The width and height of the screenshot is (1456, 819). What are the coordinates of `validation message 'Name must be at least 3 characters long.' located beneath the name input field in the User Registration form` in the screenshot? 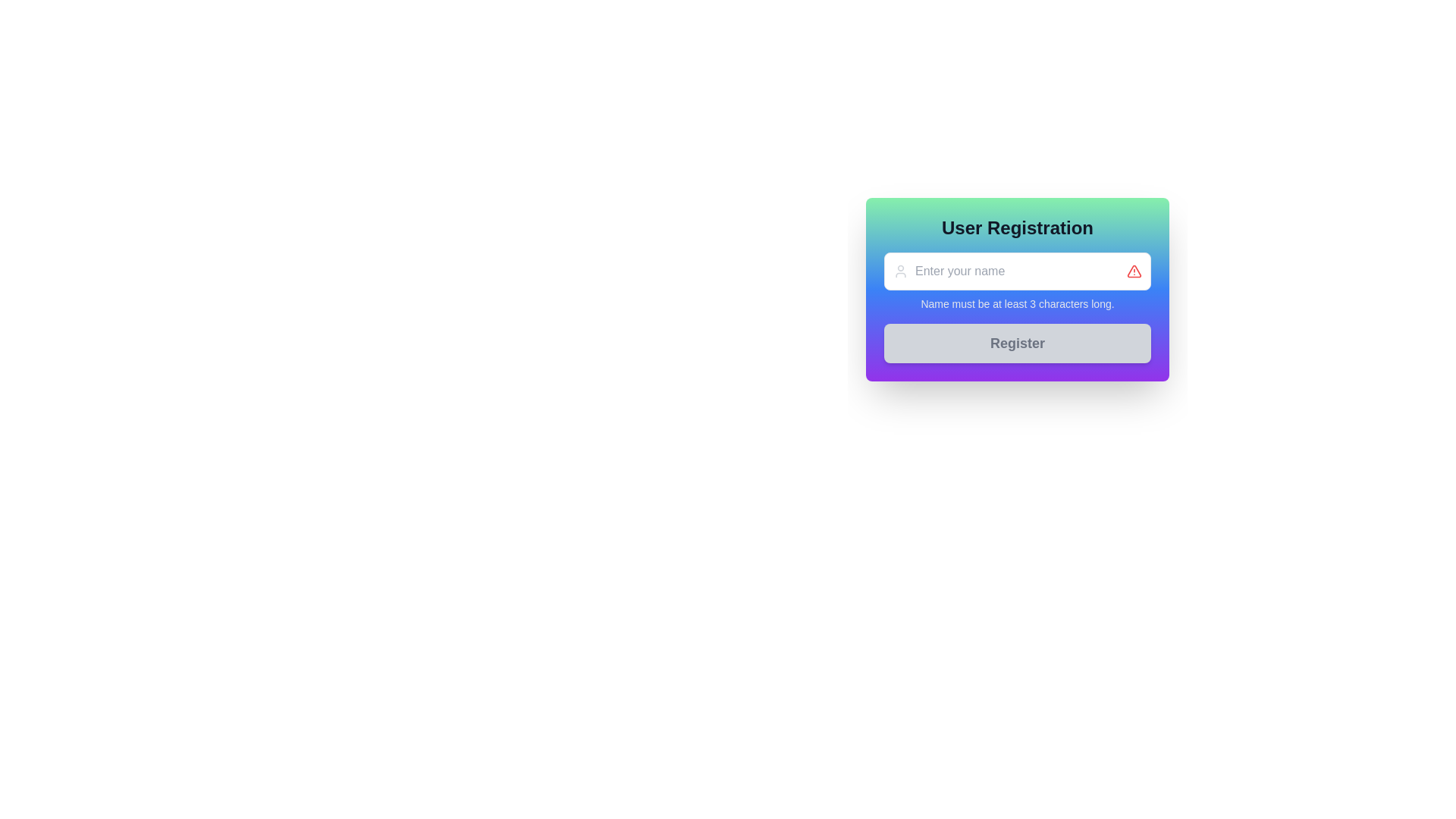 It's located at (1018, 304).